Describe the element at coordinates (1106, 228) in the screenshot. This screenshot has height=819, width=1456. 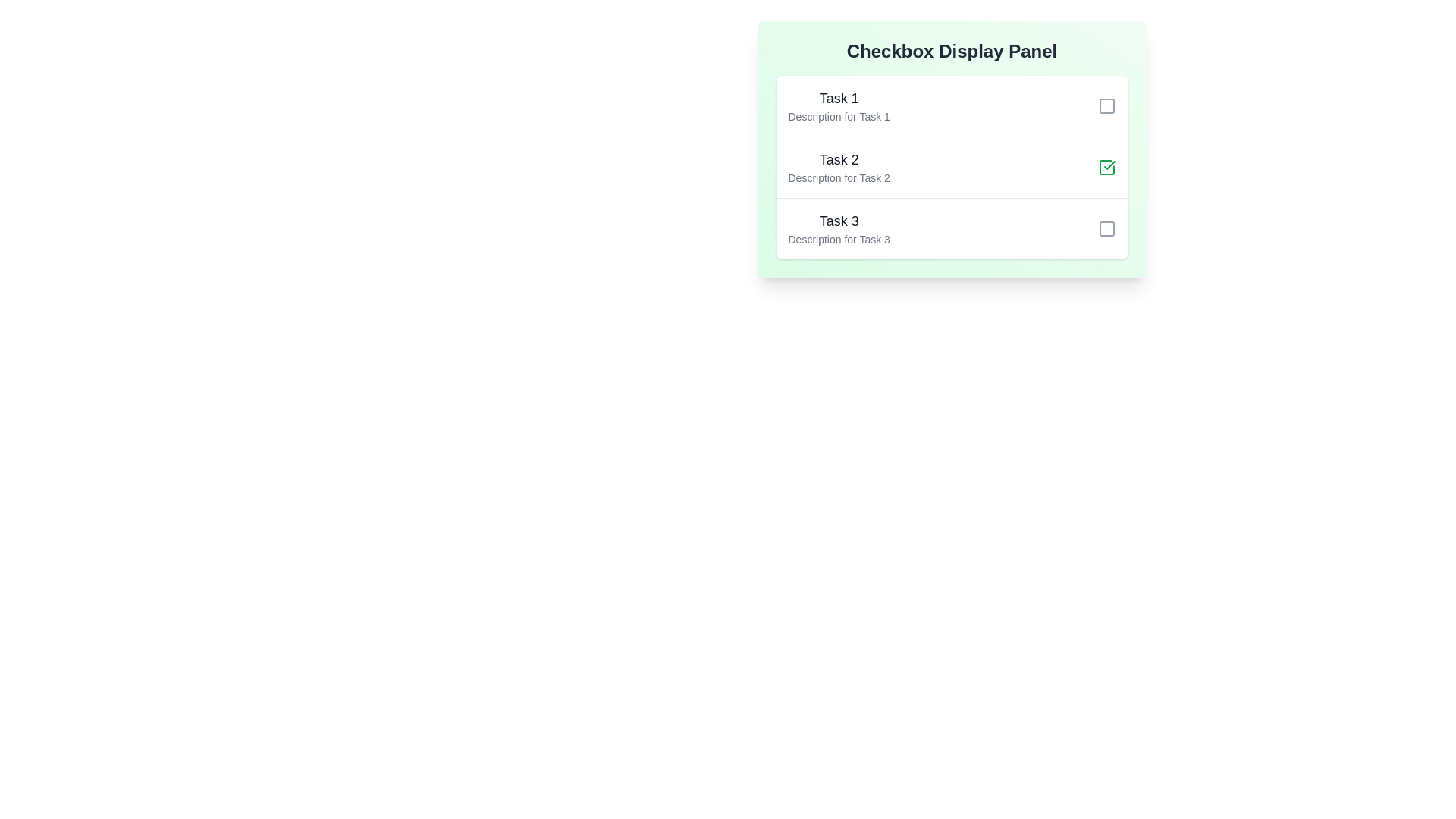
I see `the checkbox for Task 3` at that location.